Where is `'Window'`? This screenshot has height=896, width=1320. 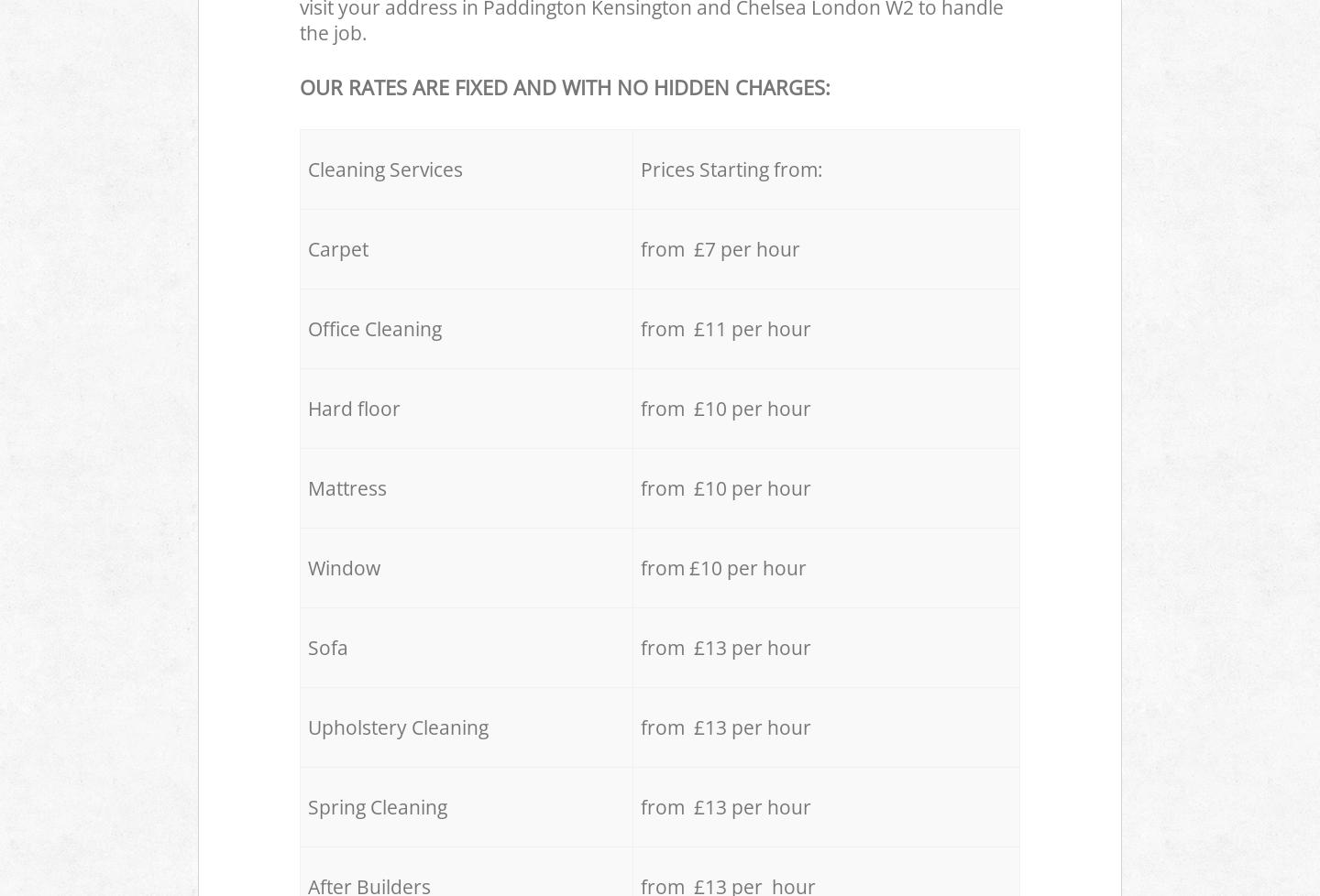
'Window' is located at coordinates (343, 566).